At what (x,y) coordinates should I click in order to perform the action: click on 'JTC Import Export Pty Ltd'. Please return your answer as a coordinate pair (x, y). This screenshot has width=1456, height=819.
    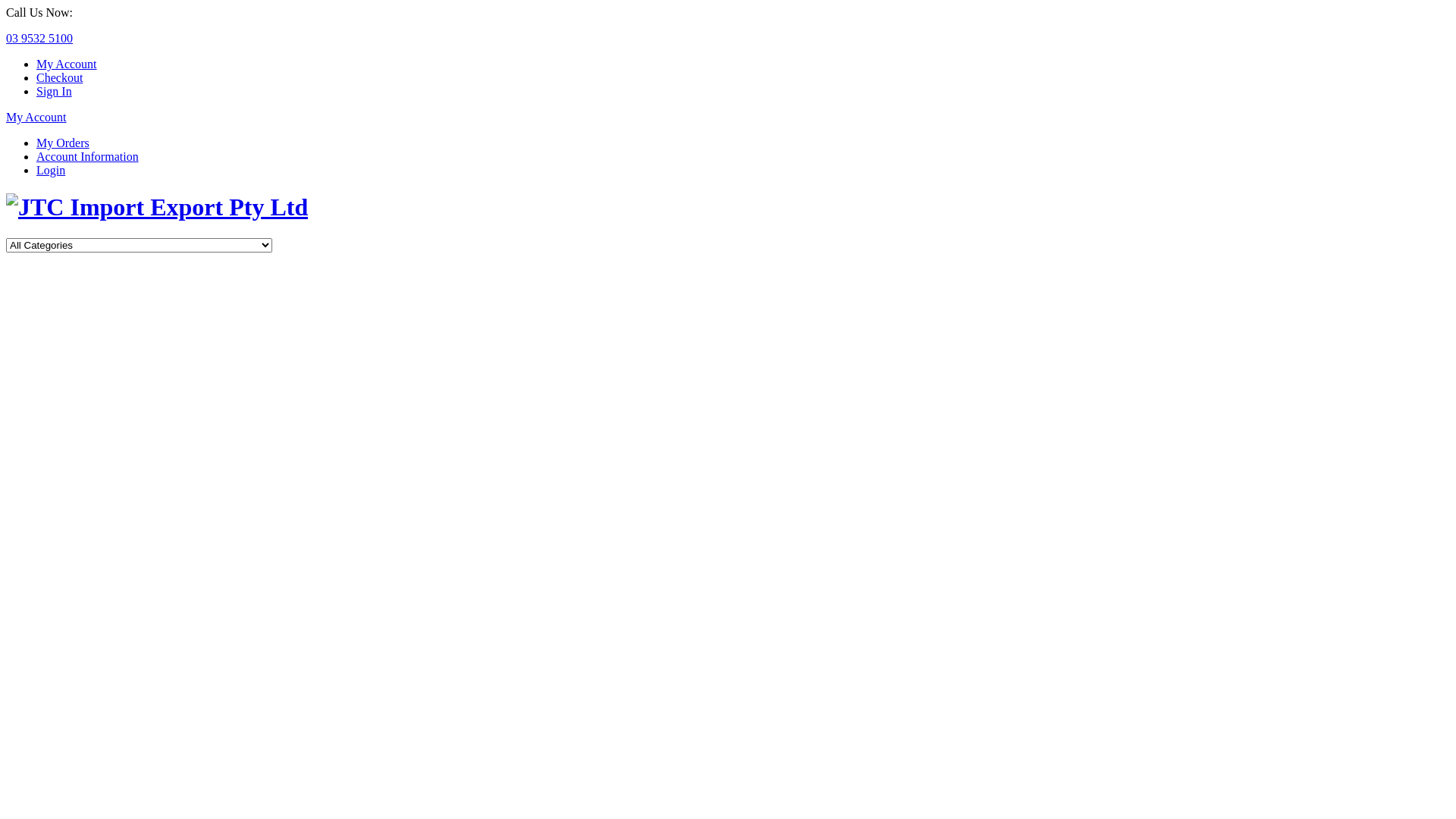
    Looking at the image, I should click on (6, 207).